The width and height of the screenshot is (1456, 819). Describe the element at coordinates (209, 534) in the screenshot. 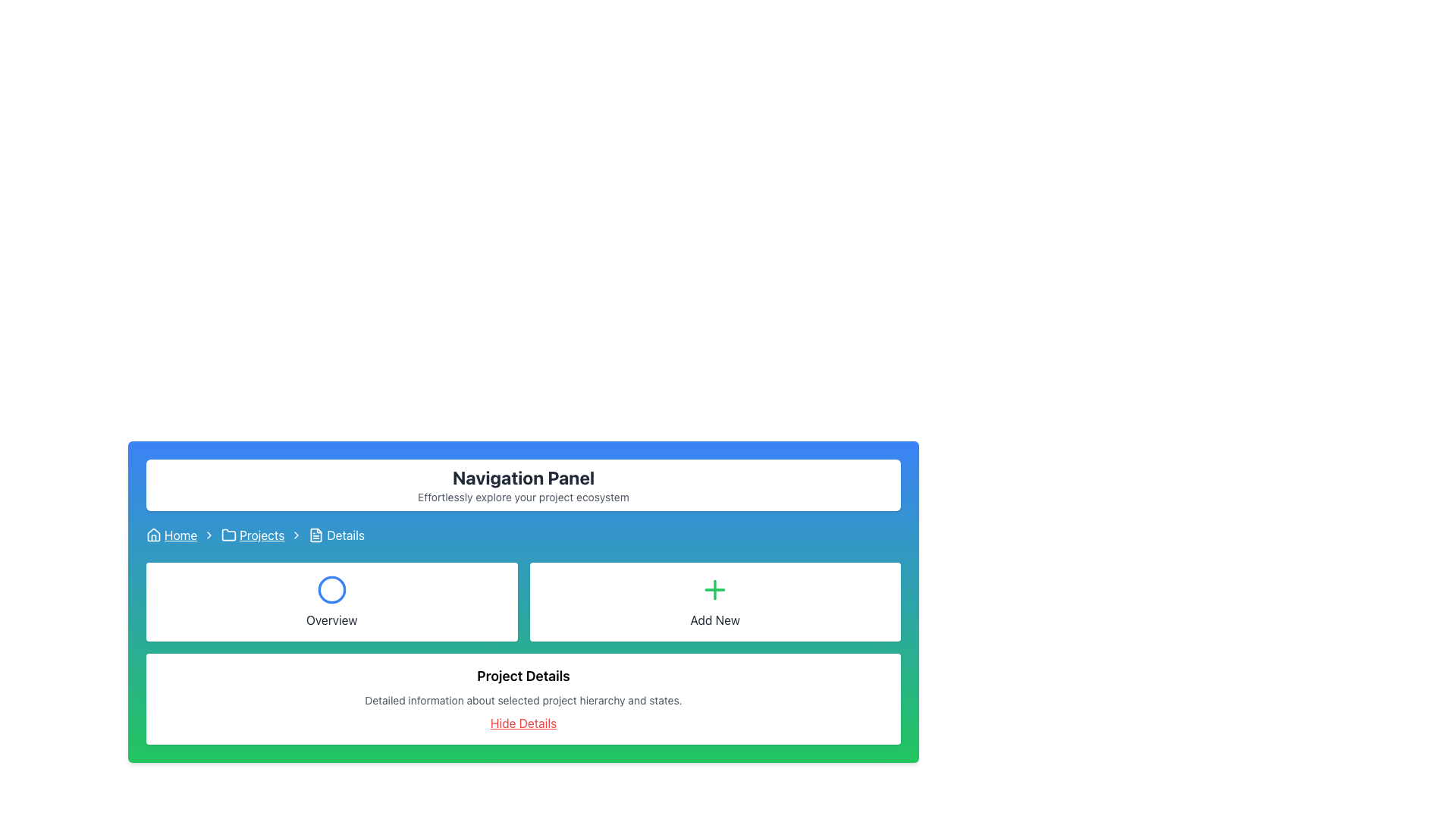

I see `the Chevron icon used as a breadcrumb separator in the breadcrumb navigation bar, located between the 'Home' and 'Projects' links` at that location.